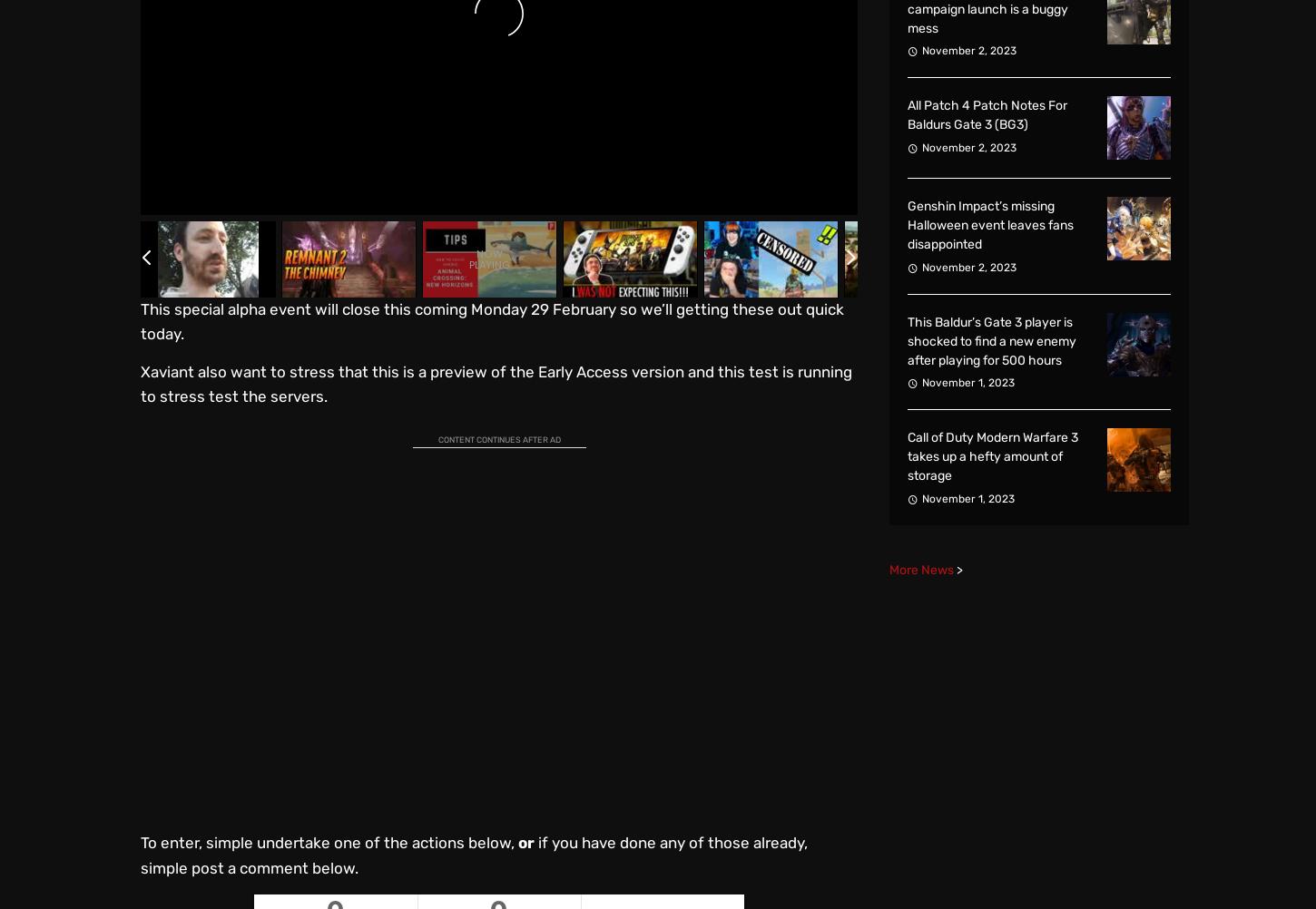 The image size is (1316, 909). Describe the element at coordinates (474, 854) in the screenshot. I see `'if you have done any of those already, simple post a comment below.'` at that location.